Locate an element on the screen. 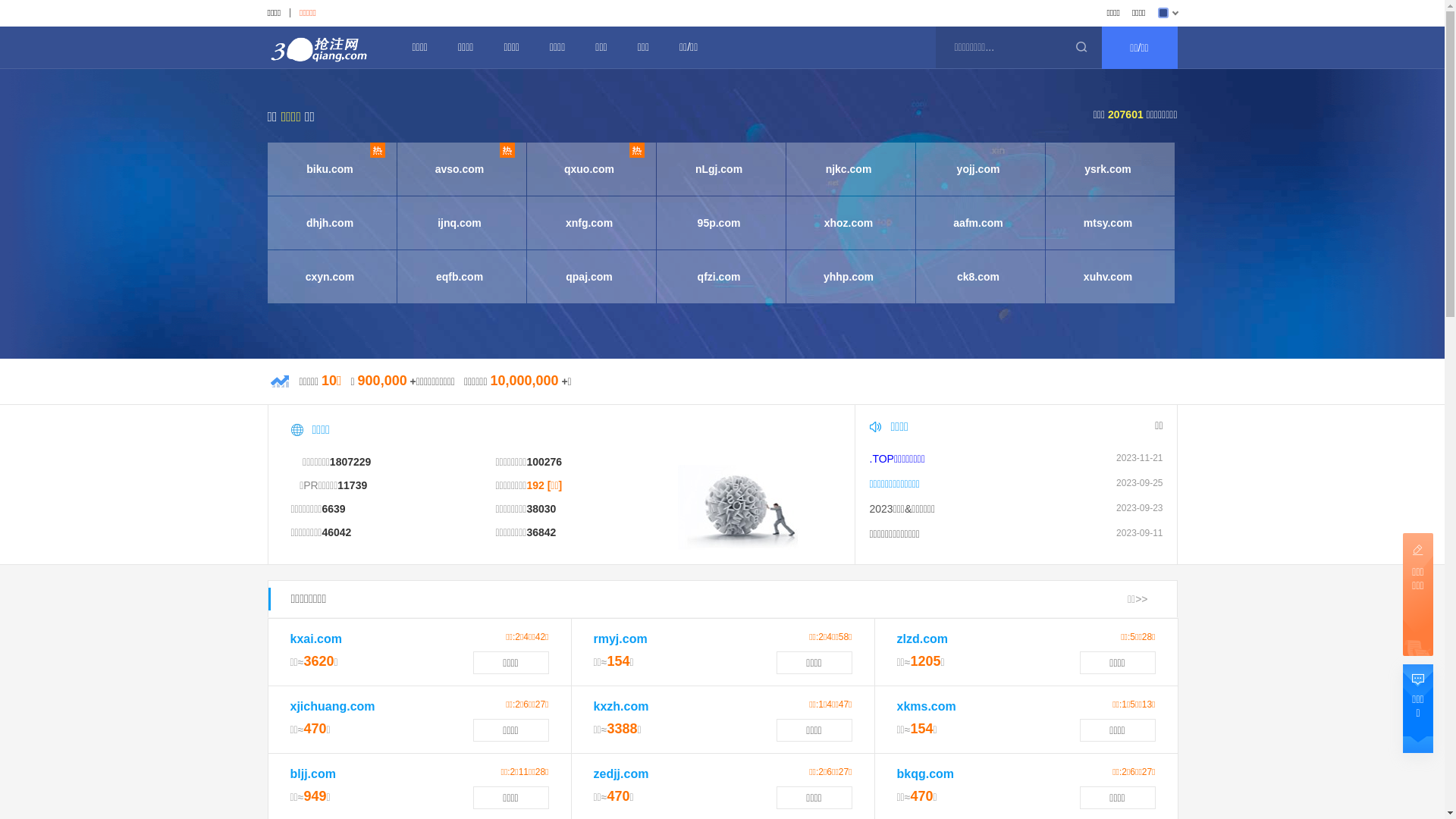 This screenshot has width=1456, height=819. 'yojj.com' is located at coordinates (978, 169).